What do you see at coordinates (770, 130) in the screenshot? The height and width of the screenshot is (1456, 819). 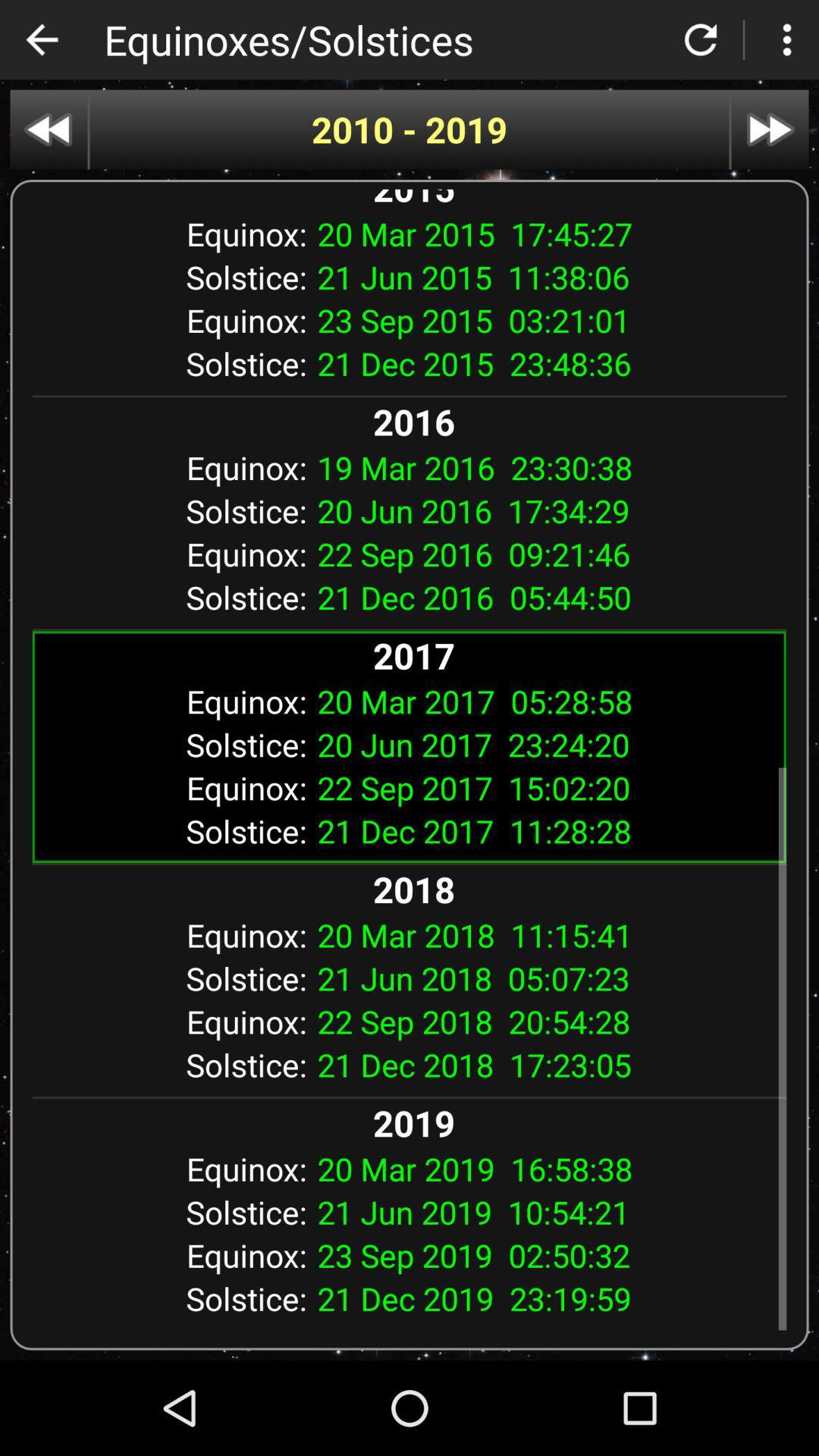 I see `item above the 2015 icon` at bounding box center [770, 130].